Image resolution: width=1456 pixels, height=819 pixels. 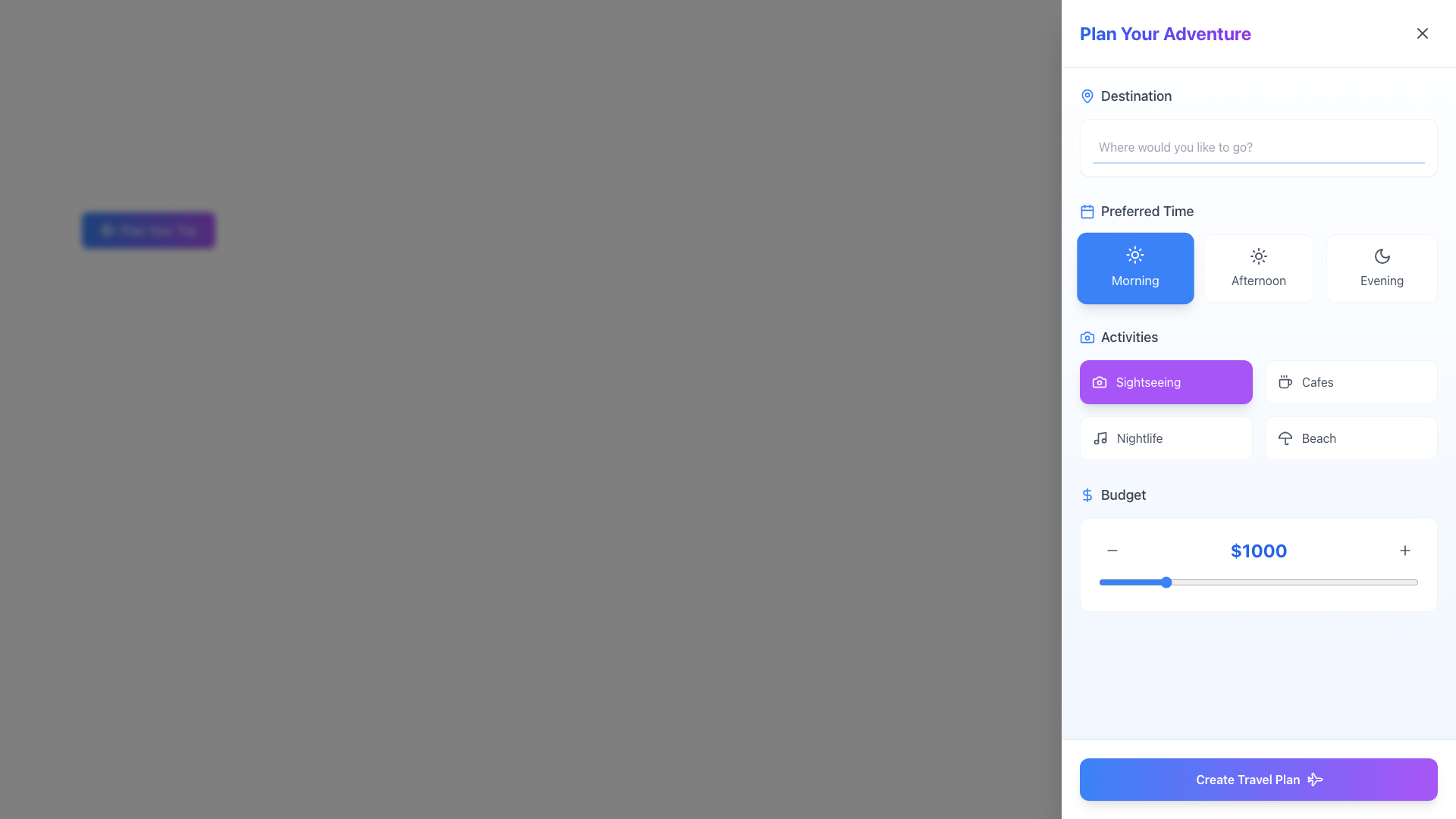 What do you see at coordinates (1259, 268) in the screenshot?
I see `the button labeled 'Afternoon', which is the second button in a row of three, to change its background color to light blue` at bounding box center [1259, 268].